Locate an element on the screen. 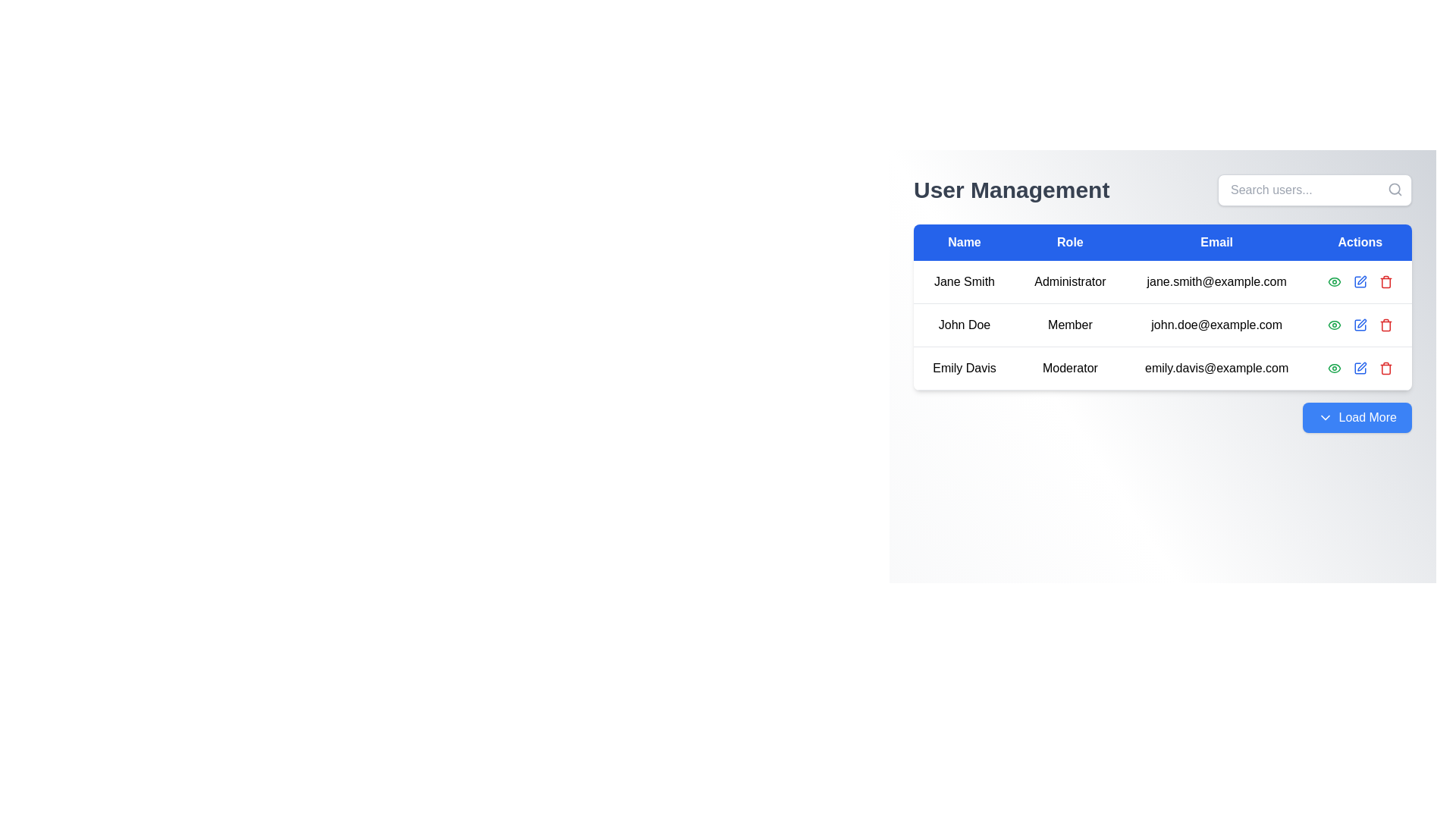 Image resolution: width=1456 pixels, height=819 pixels. the rightmost 'Delete' button (icon-based) in the 'Actions' column of the user table to initiate the deletion of the corresponding user is located at coordinates (1385, 369).